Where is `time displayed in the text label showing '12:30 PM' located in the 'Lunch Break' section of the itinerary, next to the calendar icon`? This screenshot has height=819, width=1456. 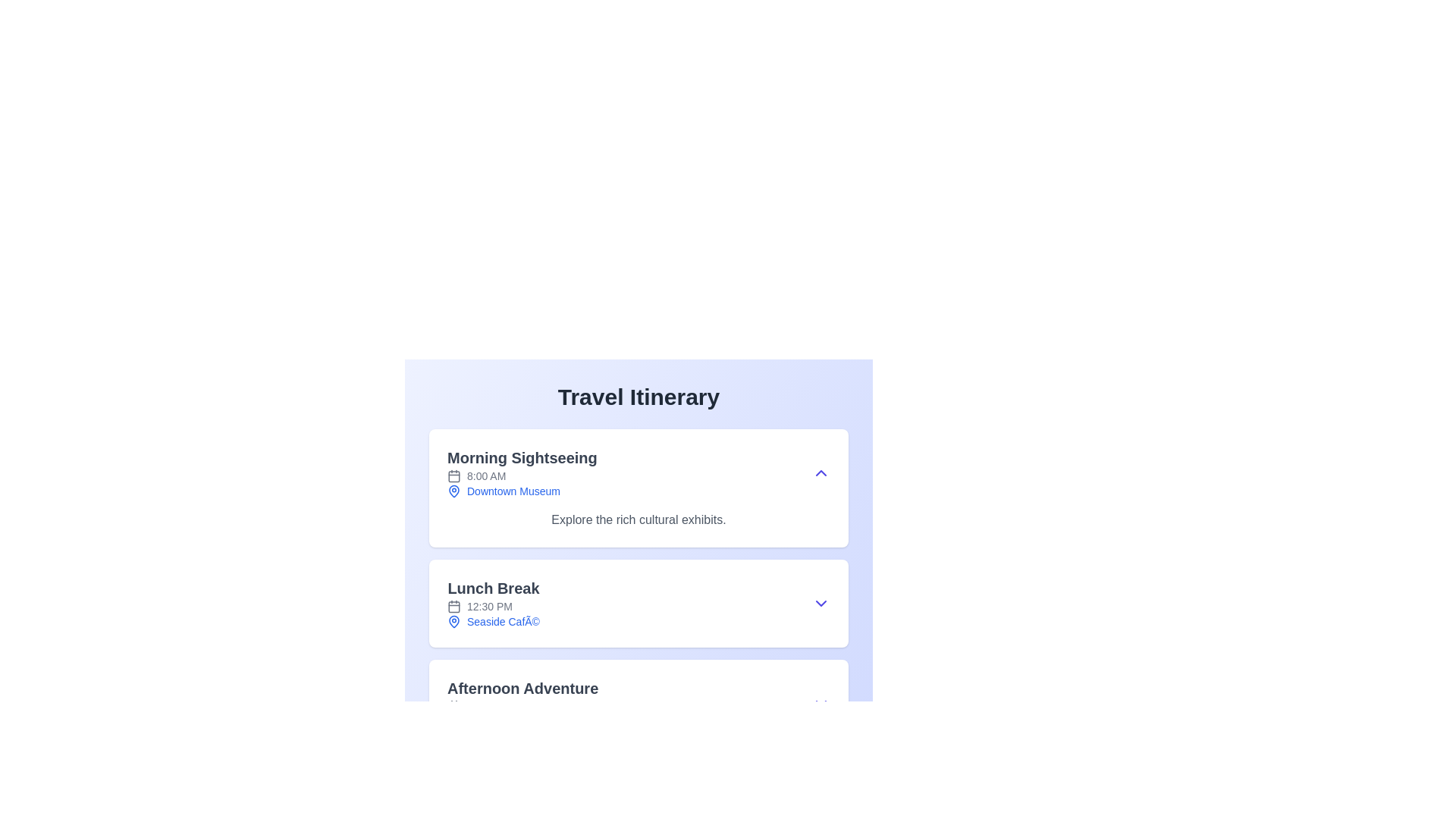
time displayed in the text label showing '12:30 PM' located in the 'Lunch Break' section of the itinerary, next to the calendar icon is located at coordinates (489, 605).